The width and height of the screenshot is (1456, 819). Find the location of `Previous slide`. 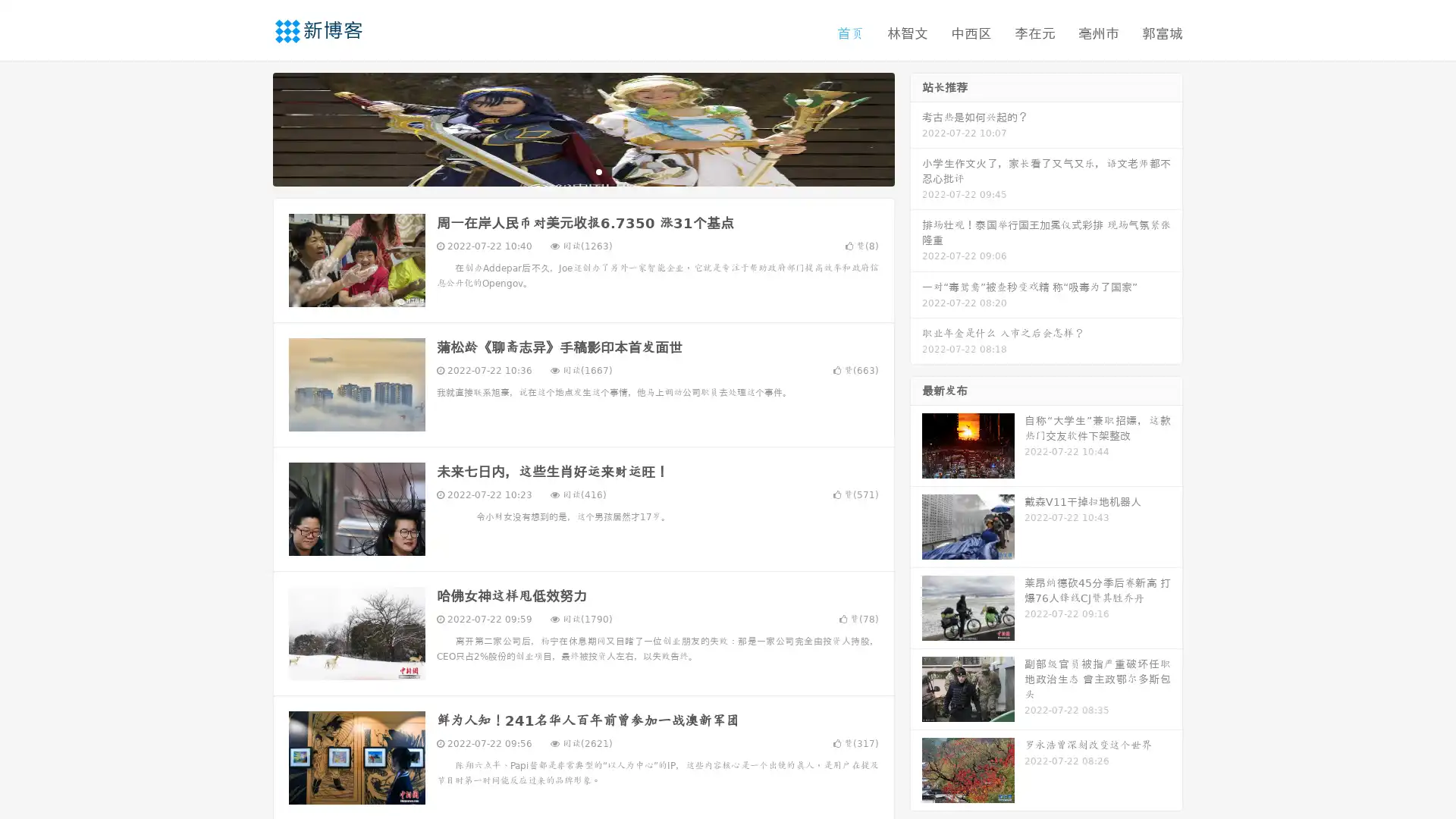

Previous slide is located at coordinates (250, 127).